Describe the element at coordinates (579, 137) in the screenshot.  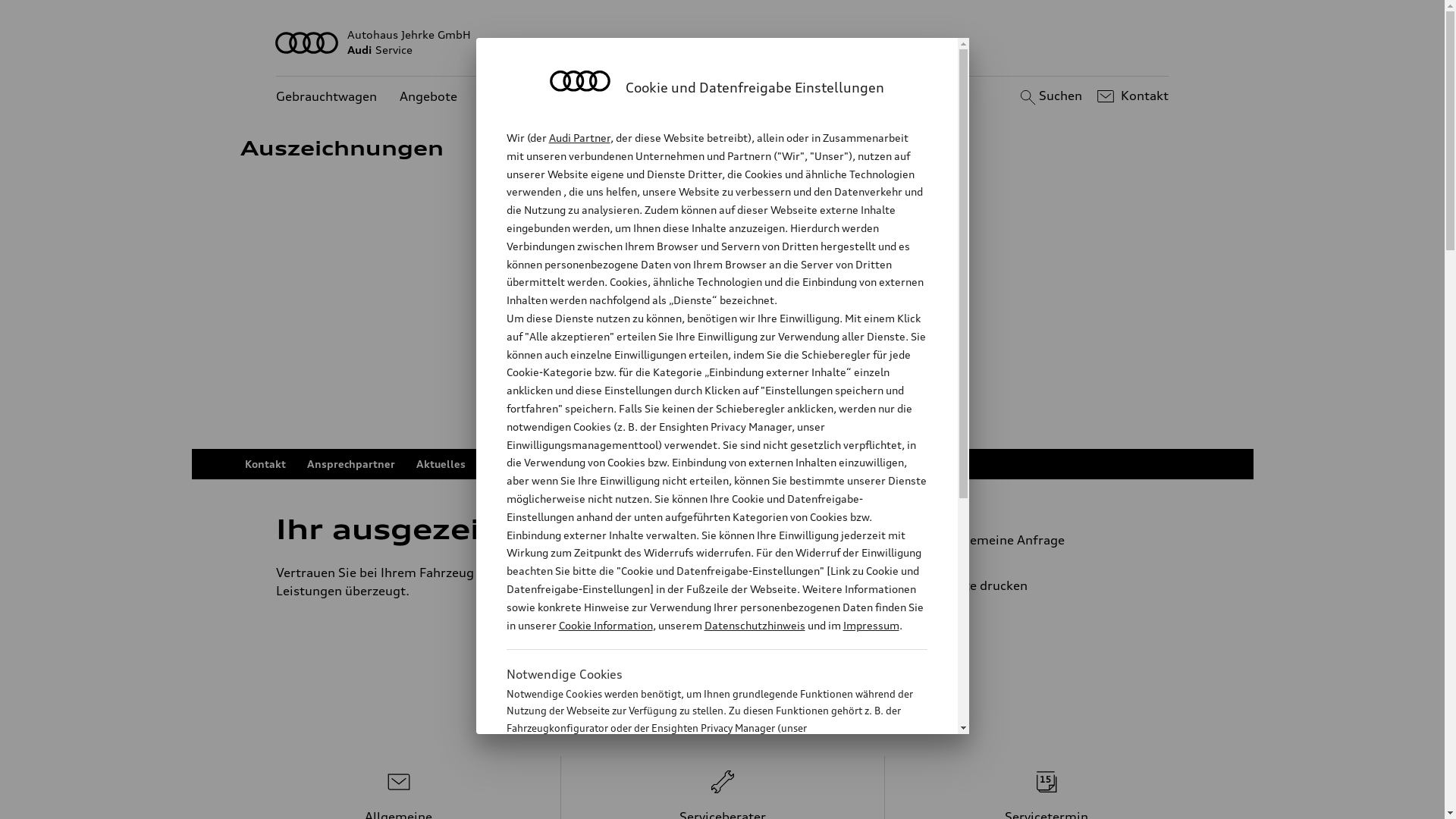
I see `'Audi Partner'` at that location.